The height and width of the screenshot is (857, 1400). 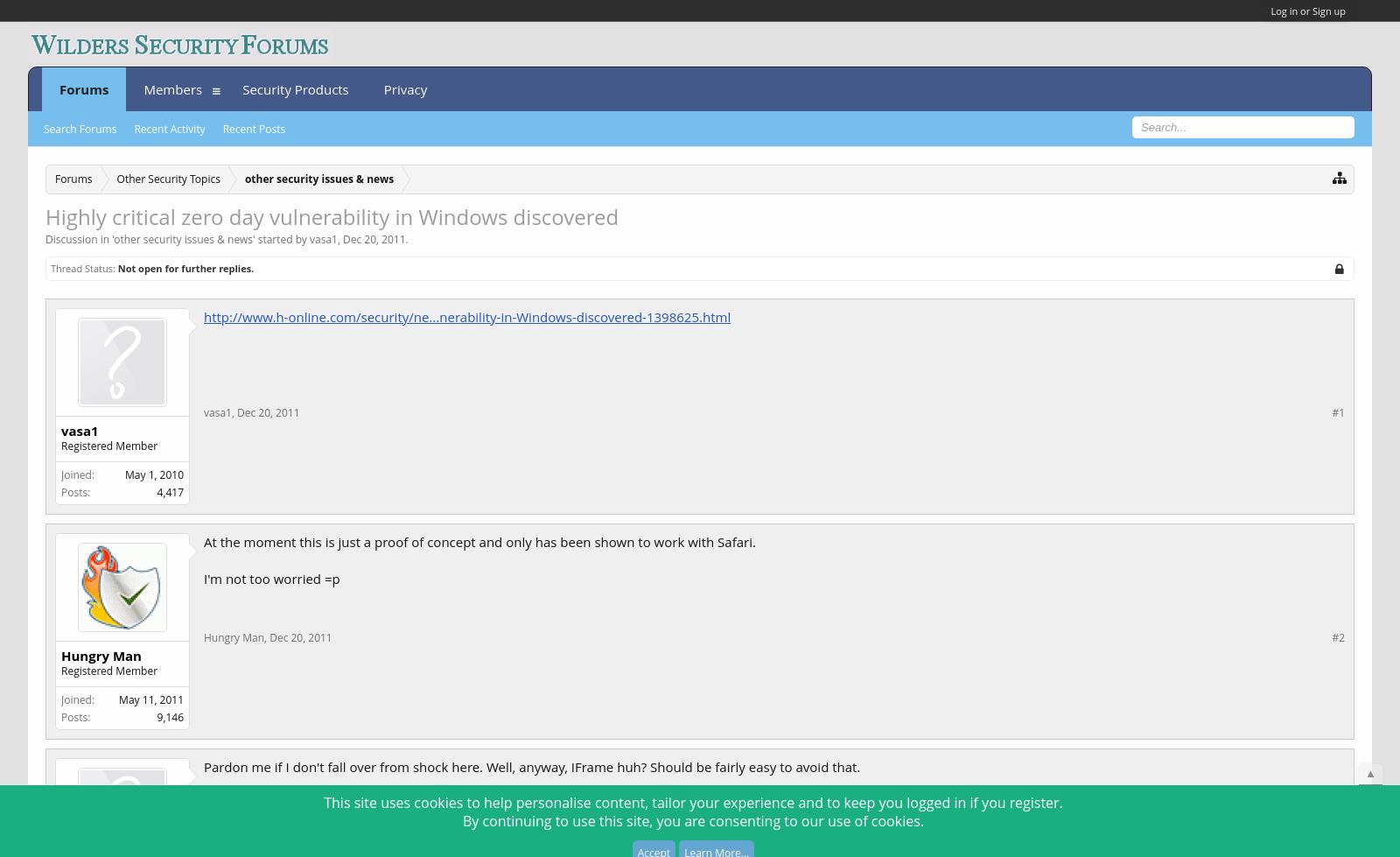 What do you see at coordinates (324, 800) in the screenshot?
I see `'This site uses cookies to help personalise content, tailor your experience and to keep you logged in if you register.'` at bounding box center [324, 800].